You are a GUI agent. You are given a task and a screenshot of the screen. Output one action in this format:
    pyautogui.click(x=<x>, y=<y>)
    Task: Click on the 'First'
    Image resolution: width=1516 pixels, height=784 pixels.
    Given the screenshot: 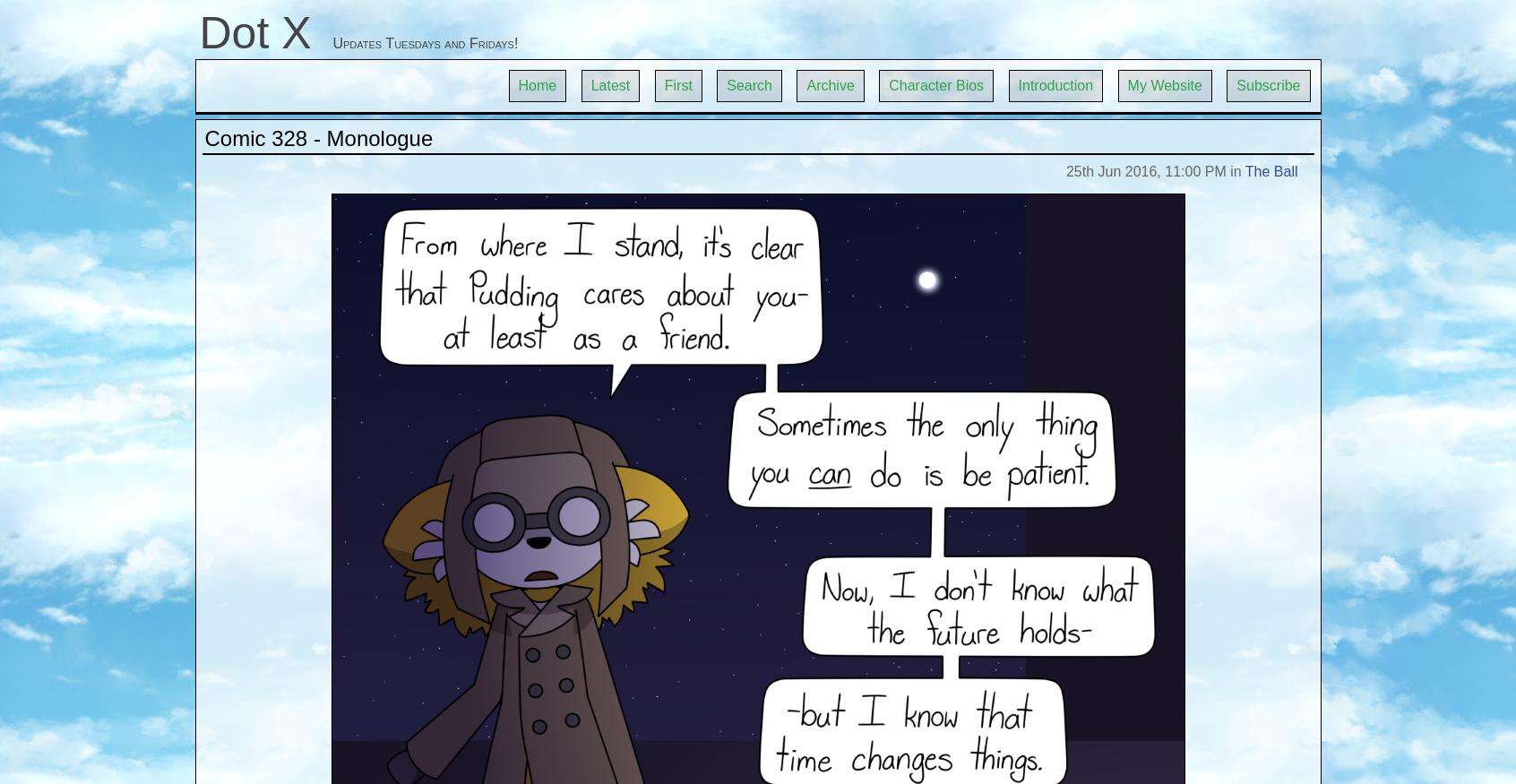 What is the action you would take?
    pyautogui.click(x=662, y=85)
    